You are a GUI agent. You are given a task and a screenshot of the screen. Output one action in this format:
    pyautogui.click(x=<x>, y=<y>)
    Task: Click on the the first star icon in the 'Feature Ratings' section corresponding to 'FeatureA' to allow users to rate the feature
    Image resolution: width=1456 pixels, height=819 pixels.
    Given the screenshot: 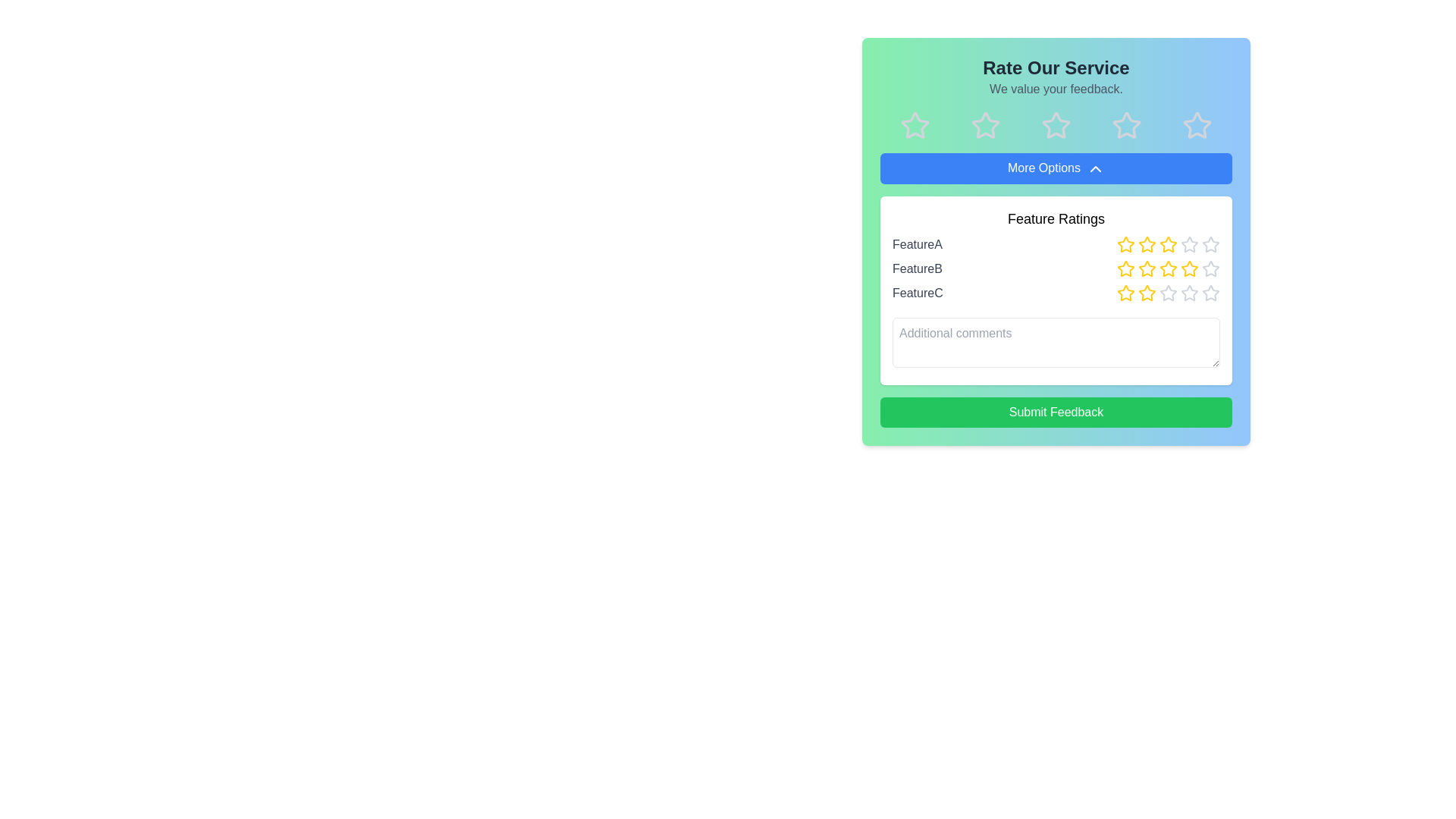 What is the action you would take?
    pyautogui.click(x=1125, y=243)
    